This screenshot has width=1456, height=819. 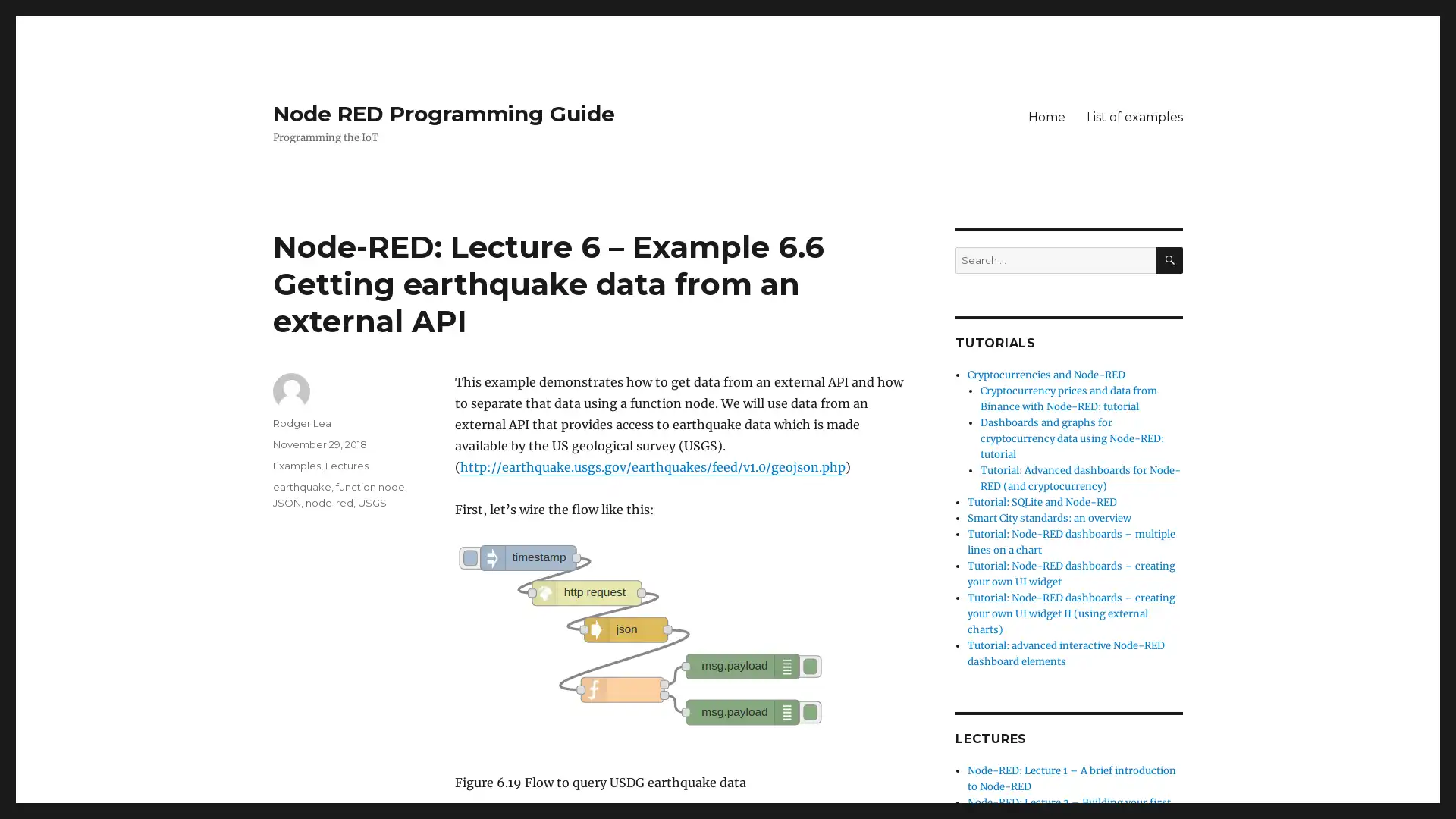 What do you see at coordinates (1169, 259) in the screenshot?
I see `SEARCH` at bounding box center [1169, 259].